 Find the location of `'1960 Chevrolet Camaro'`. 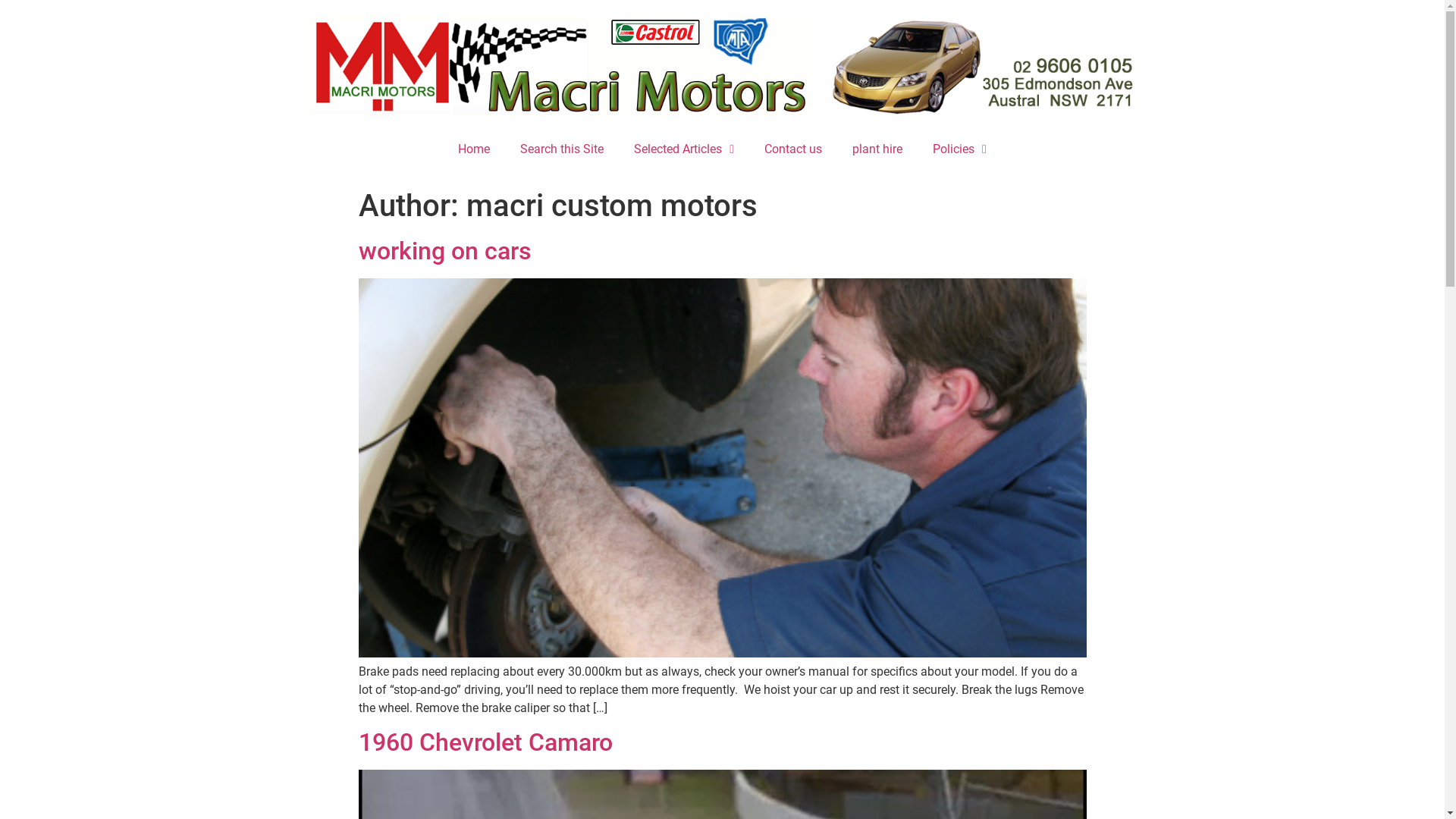

'1960 Chevrolet Camaro' is located at coordinates (484, 742).